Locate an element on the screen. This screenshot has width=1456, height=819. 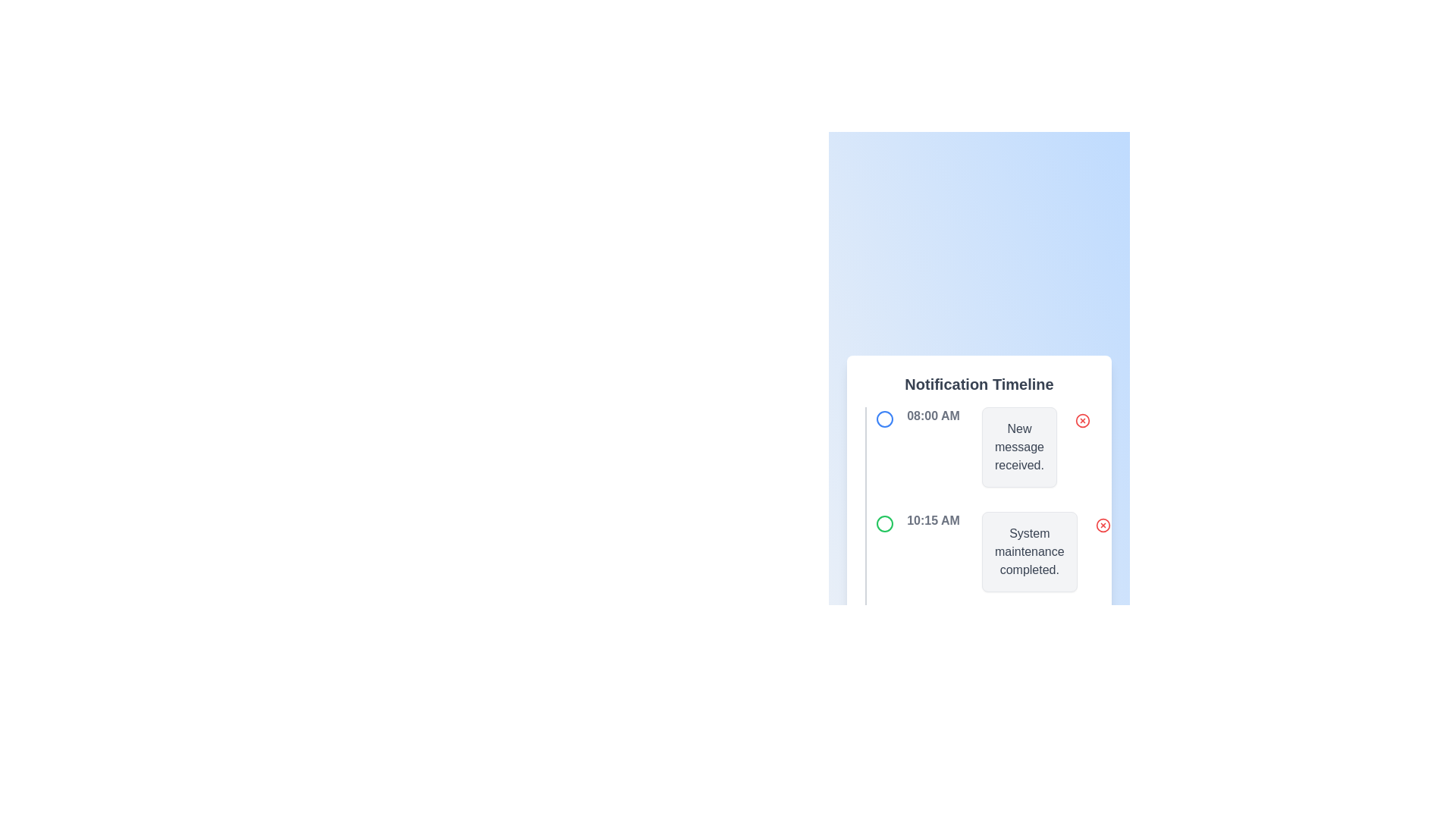
the static informational message box that displays 'System maintenance completed.' located in the timeline interface at the second entry marked '10:15 AM' is located at coordinates (1029, 552).